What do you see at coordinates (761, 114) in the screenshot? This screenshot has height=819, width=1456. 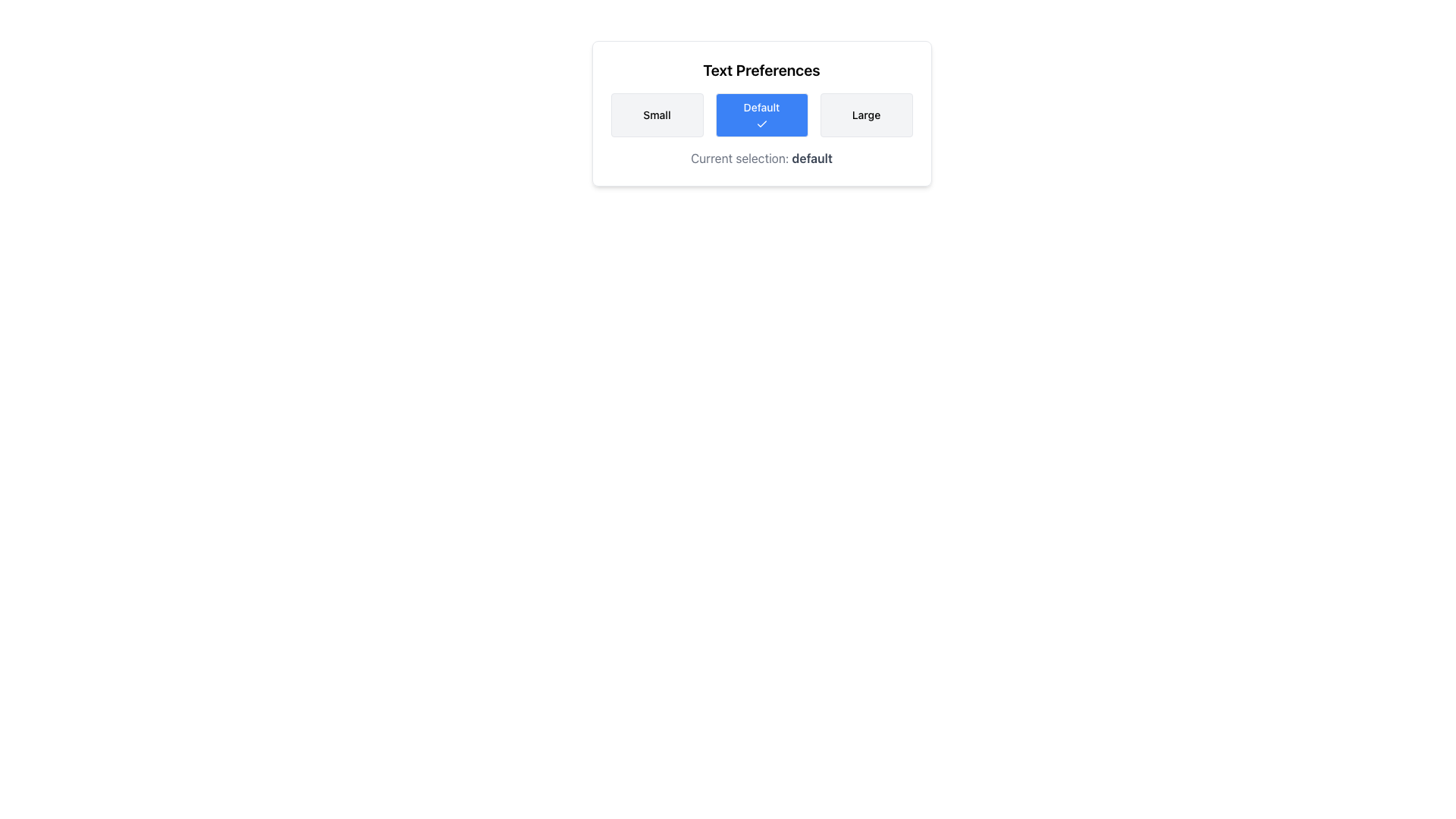 I see `the 'Default' text size option button, which is the middle button in the three-button arrangement under 'Text Preferences'` at bounding box center [761, 114].